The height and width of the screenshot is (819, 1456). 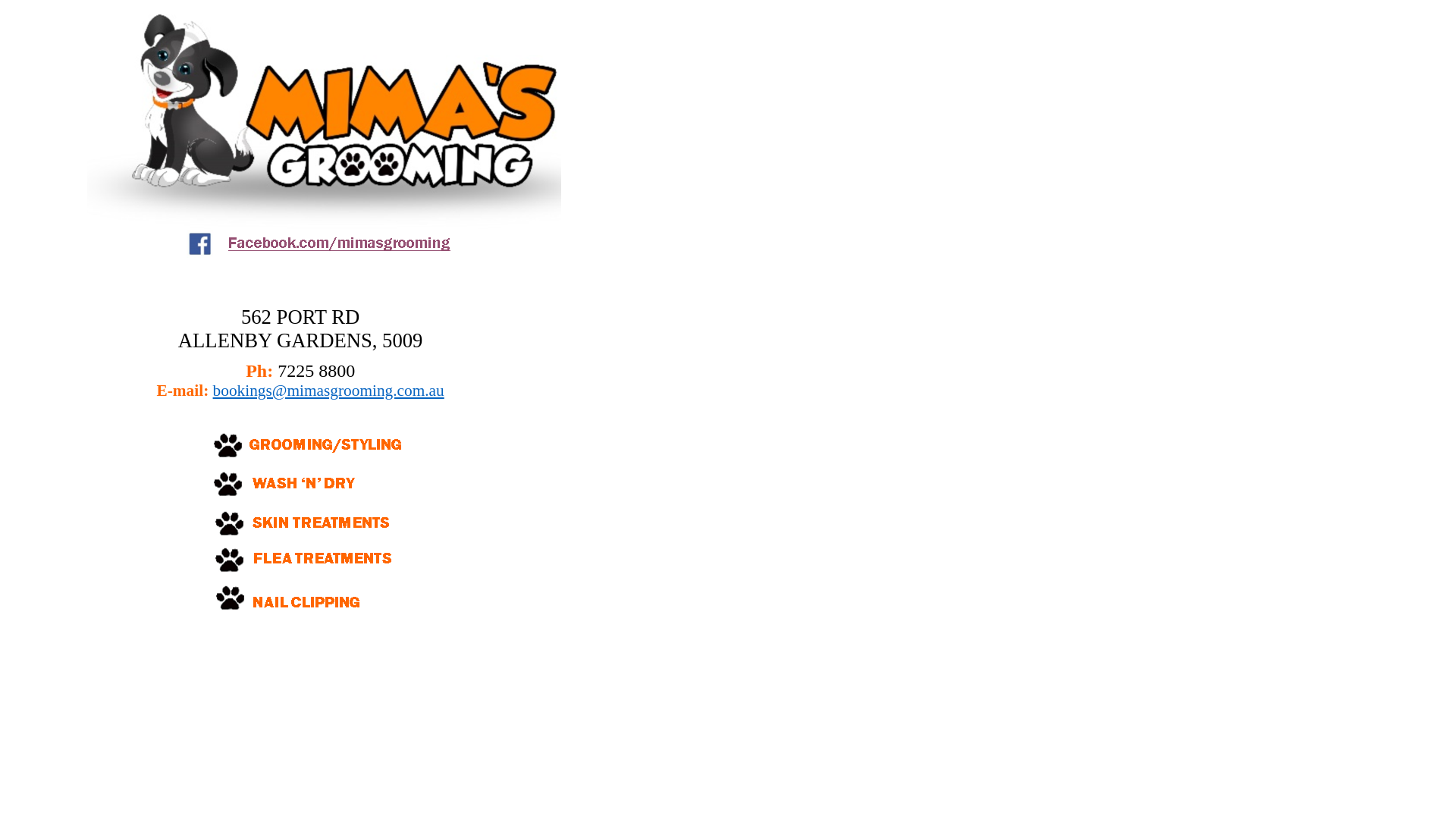 What do you see at coordinates (328, 390) in the screenshot?
I see `'bookings@mimasgrooming.com.au'` at bounding box center [328, 390].